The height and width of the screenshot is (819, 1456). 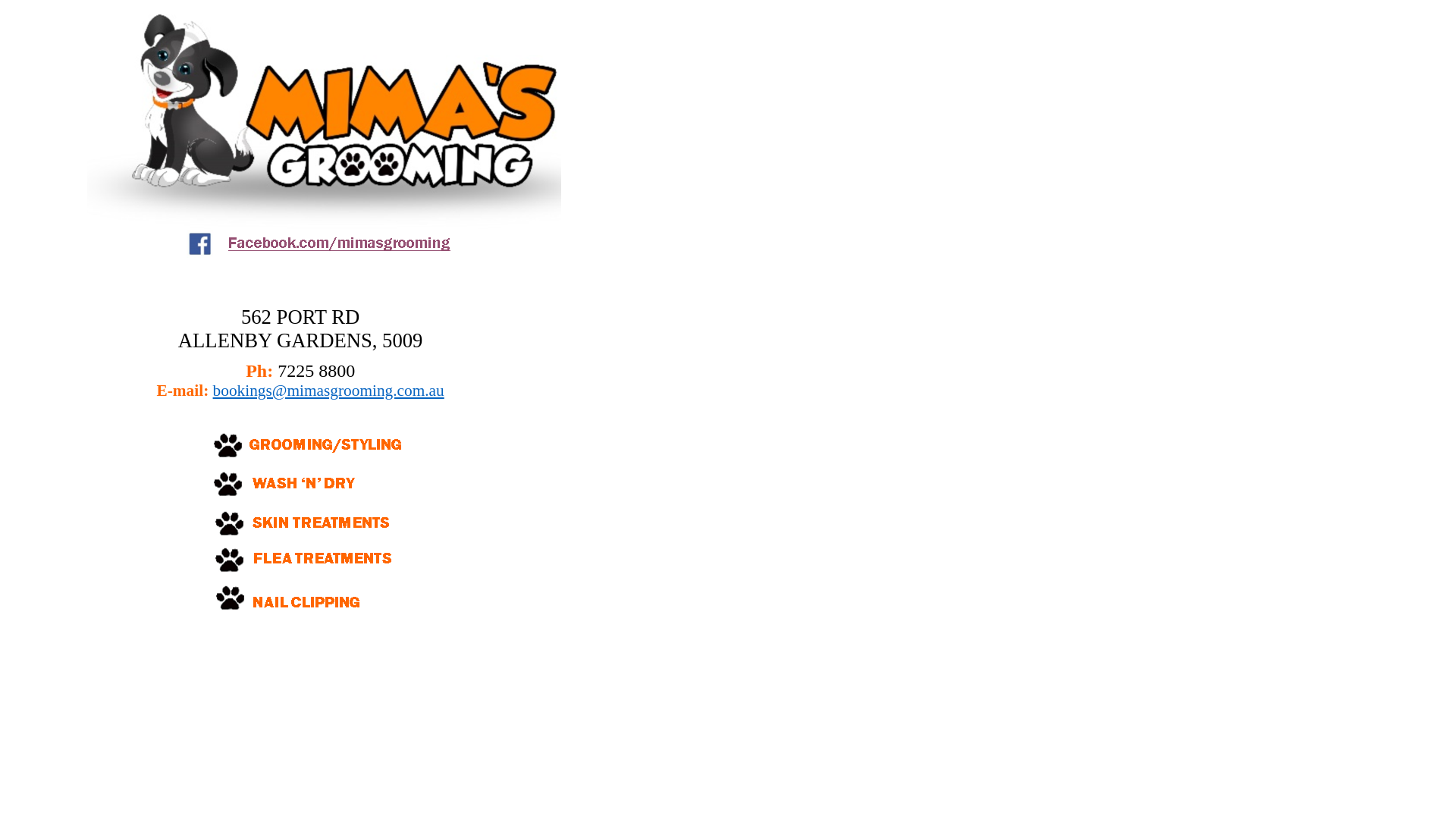 What do you see at coordinates (328, 390) in the screenshot?
I see `'bookings@mimasgrooming.com.au'` at bounding box center [328, 390].